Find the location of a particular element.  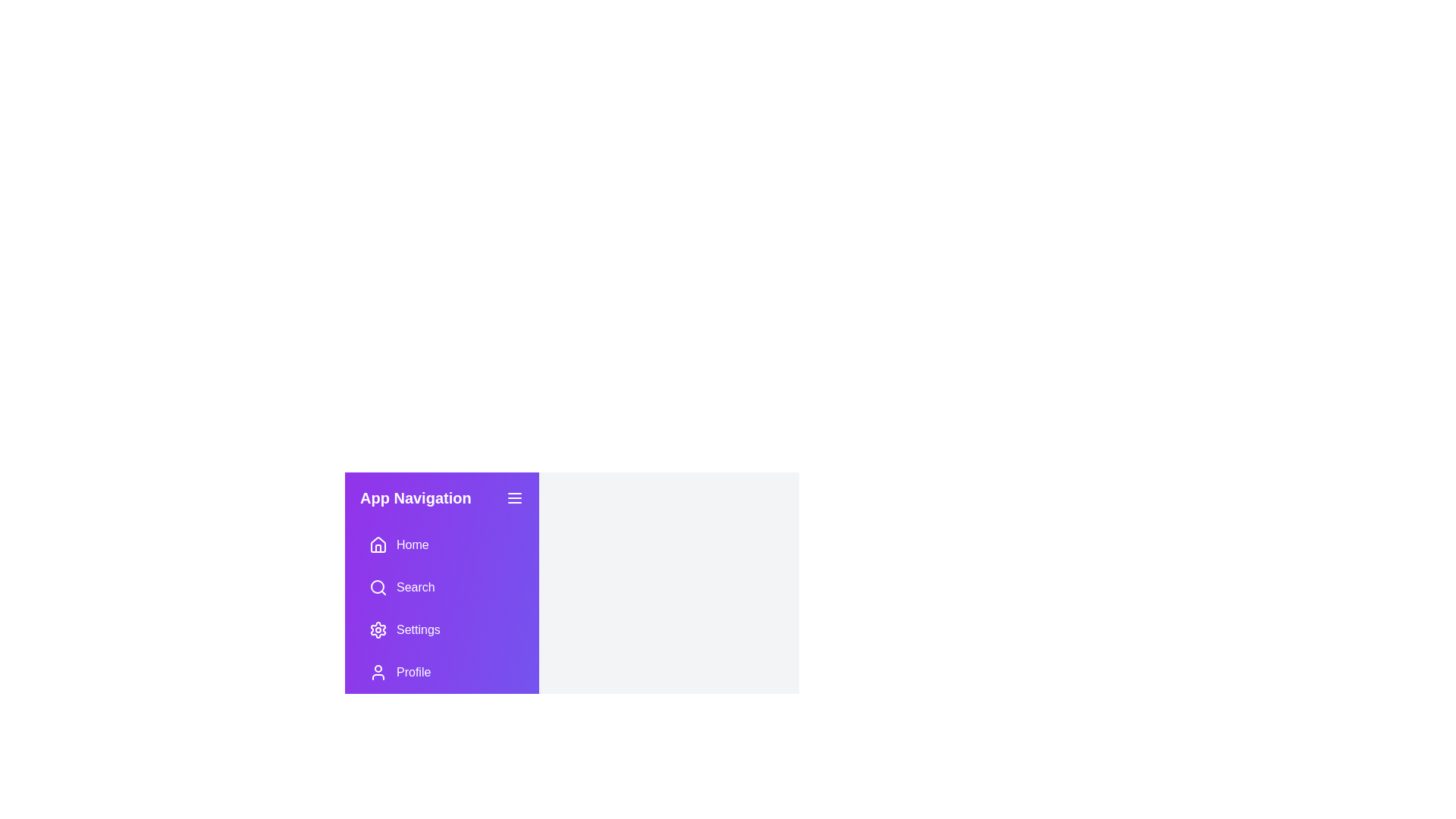

the Profile button in the navigation drawer to navigate to the corresponding section is located at coordinates (441, 672).